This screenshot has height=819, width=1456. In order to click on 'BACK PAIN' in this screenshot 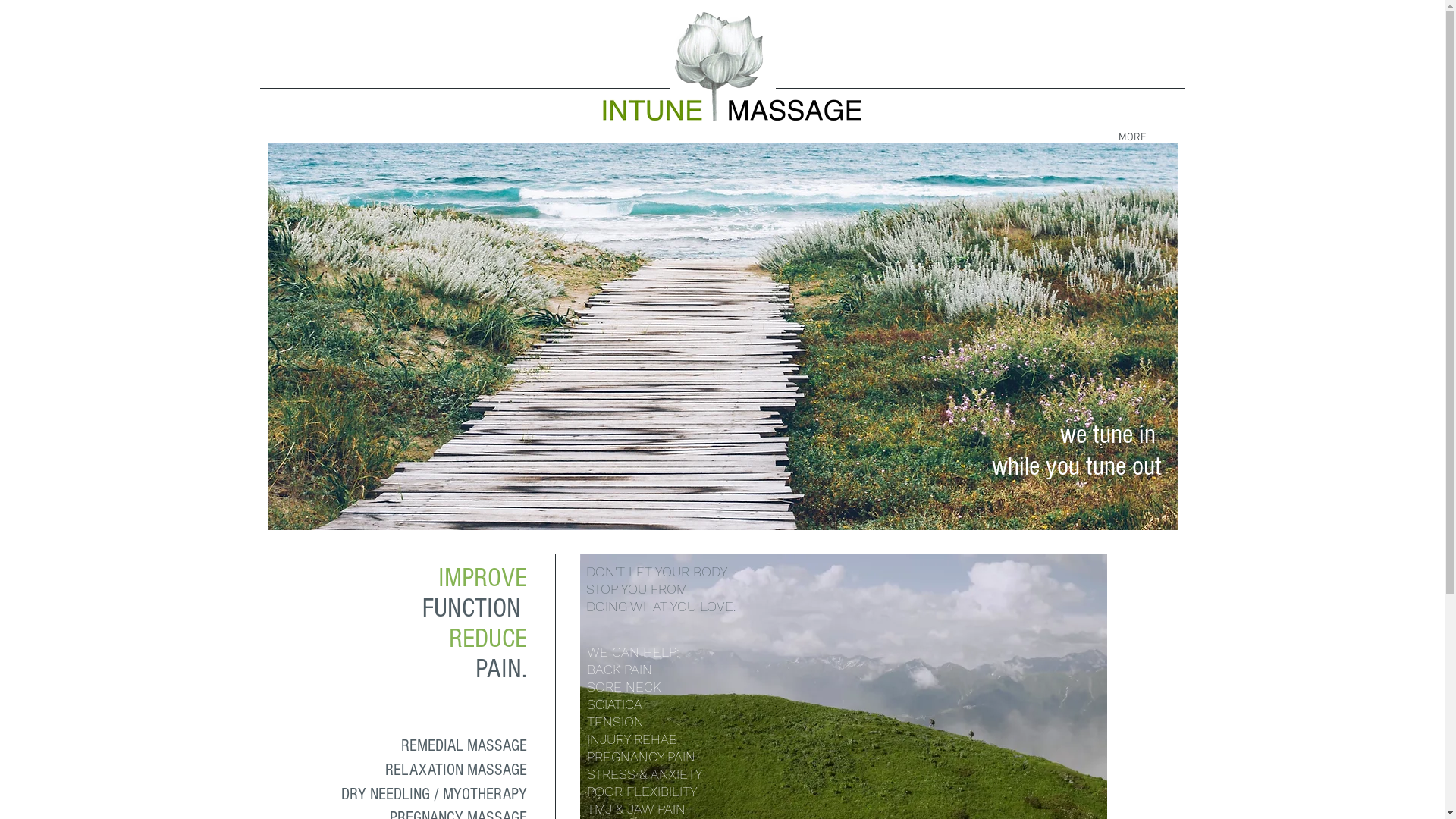, I will do `click(619, 668)`.